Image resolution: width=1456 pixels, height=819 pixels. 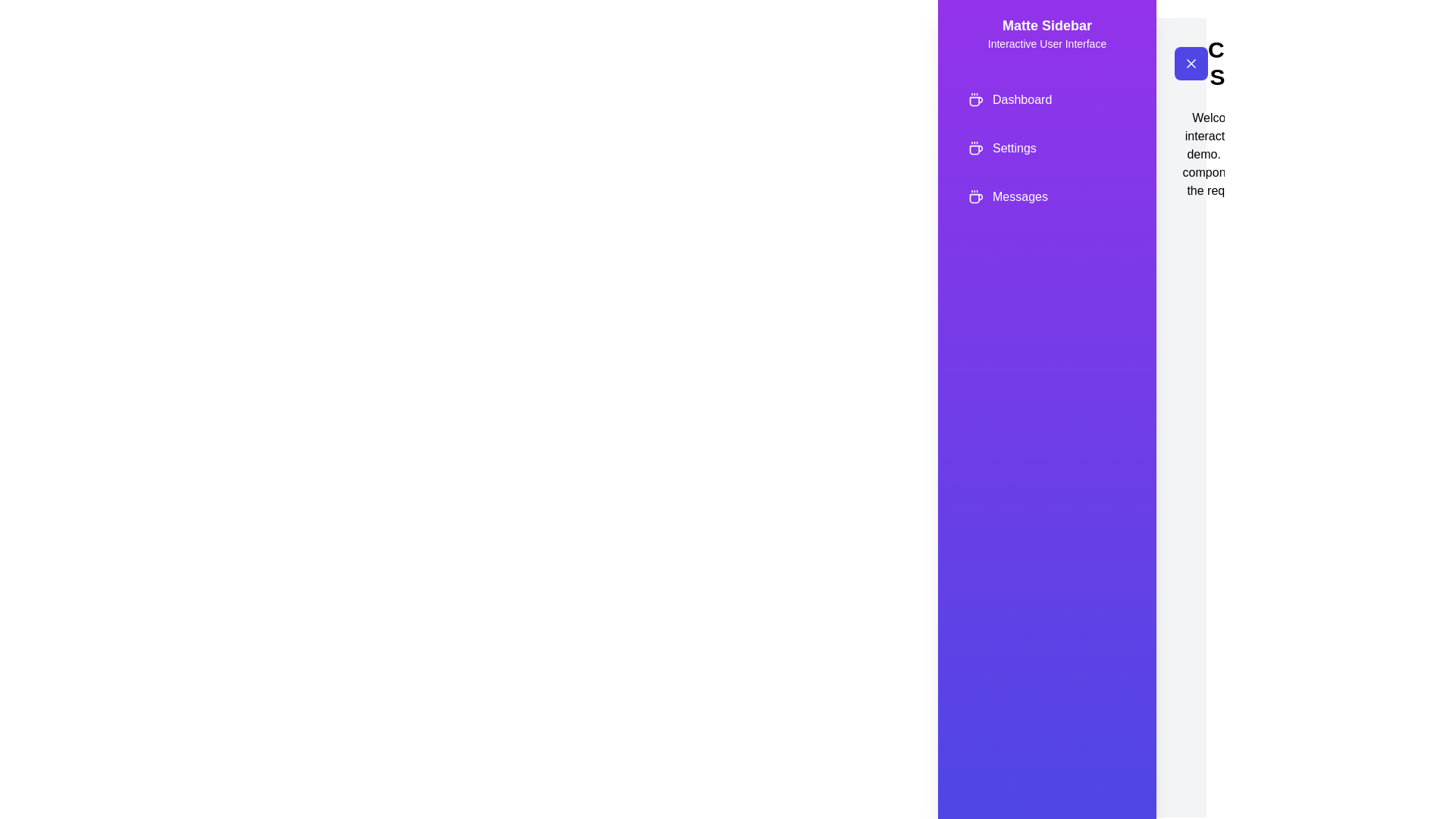 I want to click on the 'Dashboard' text label in the vertical sidebar, which is aligned to the right of a coffee cup icon and is the first menu item, so click(x=1022, y=99).